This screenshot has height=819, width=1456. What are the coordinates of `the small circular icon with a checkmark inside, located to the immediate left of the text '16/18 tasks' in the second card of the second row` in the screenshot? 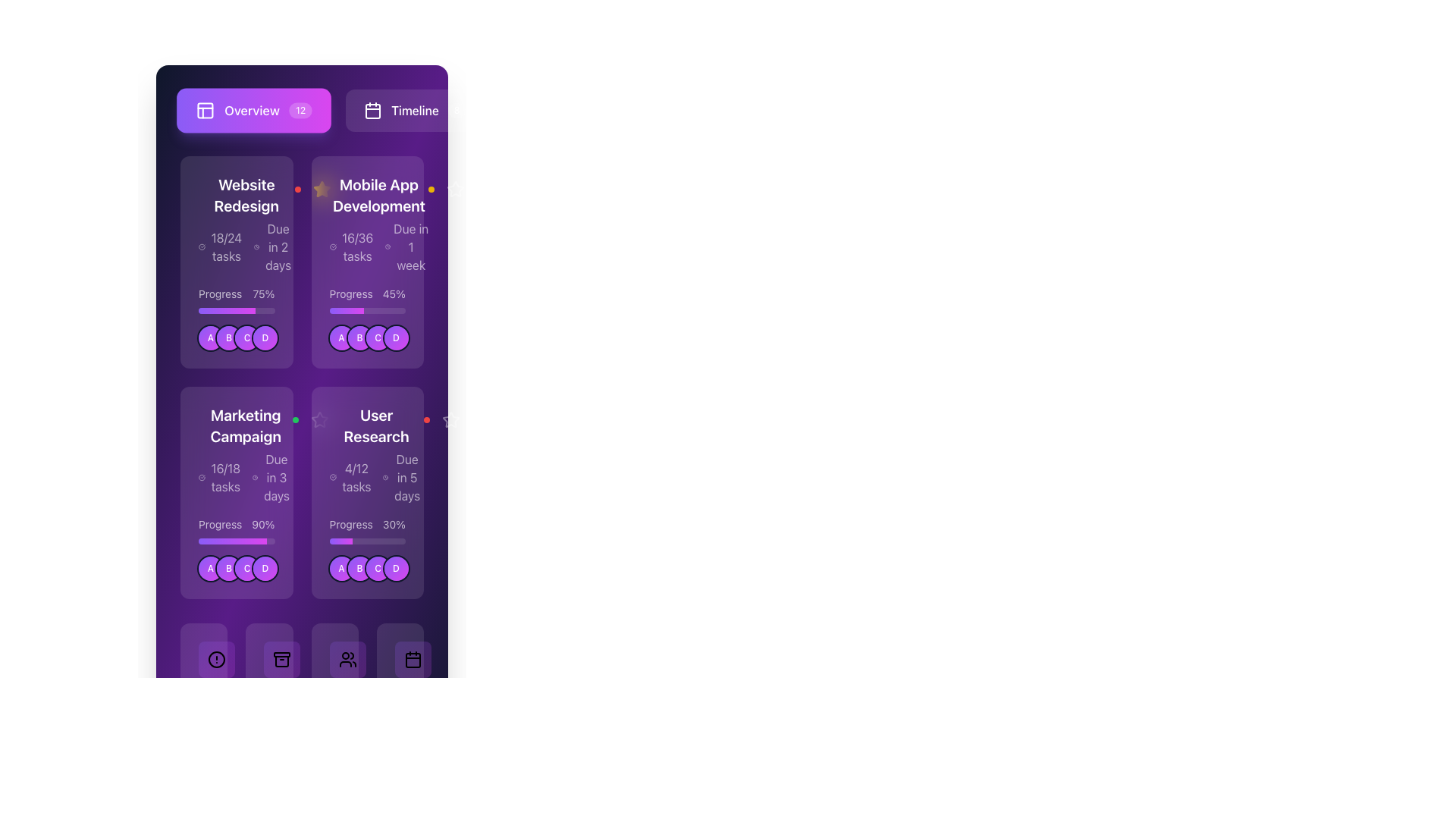 It's located at (201, 476).